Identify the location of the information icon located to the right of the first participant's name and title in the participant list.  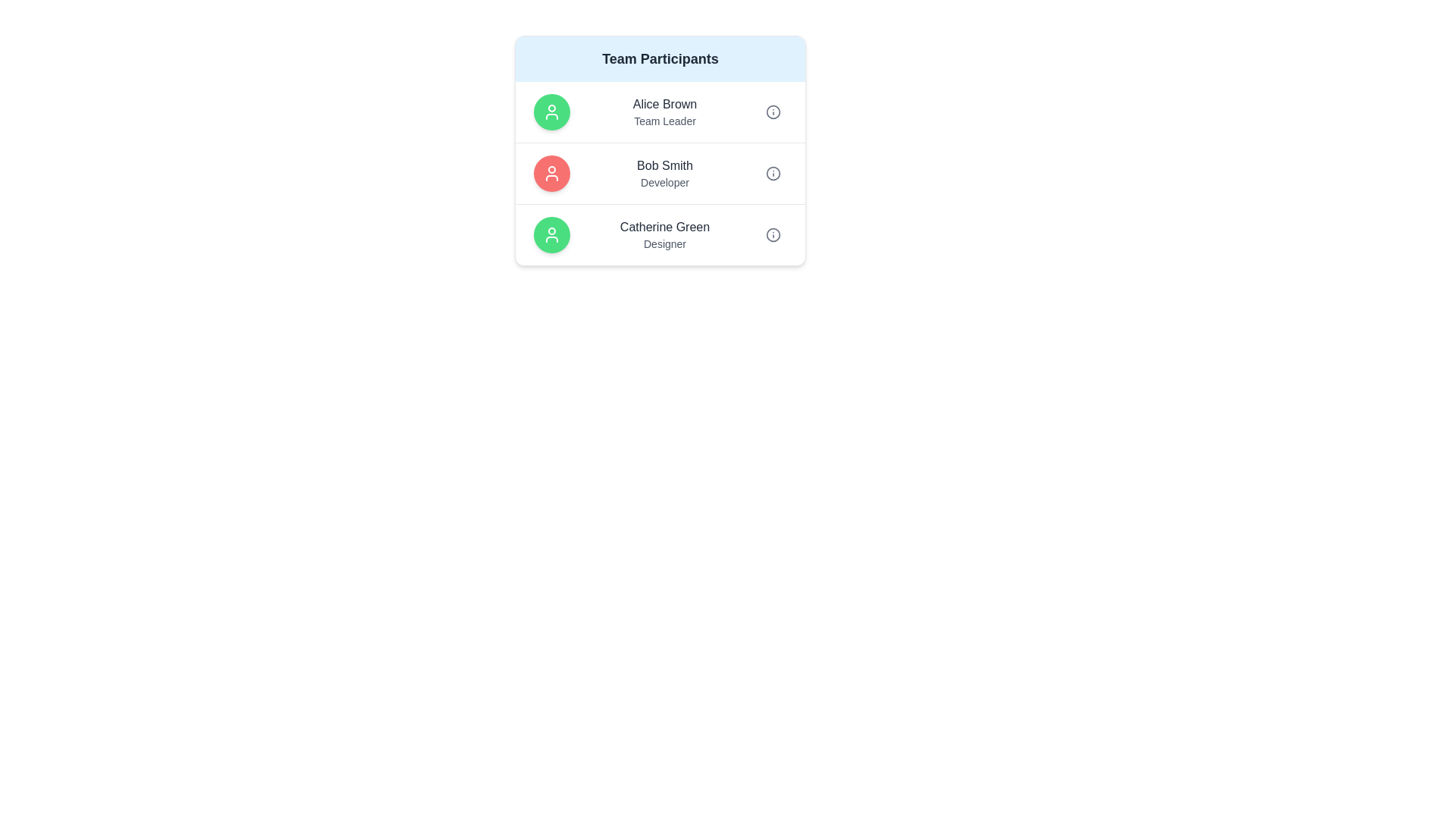
(773, 111).